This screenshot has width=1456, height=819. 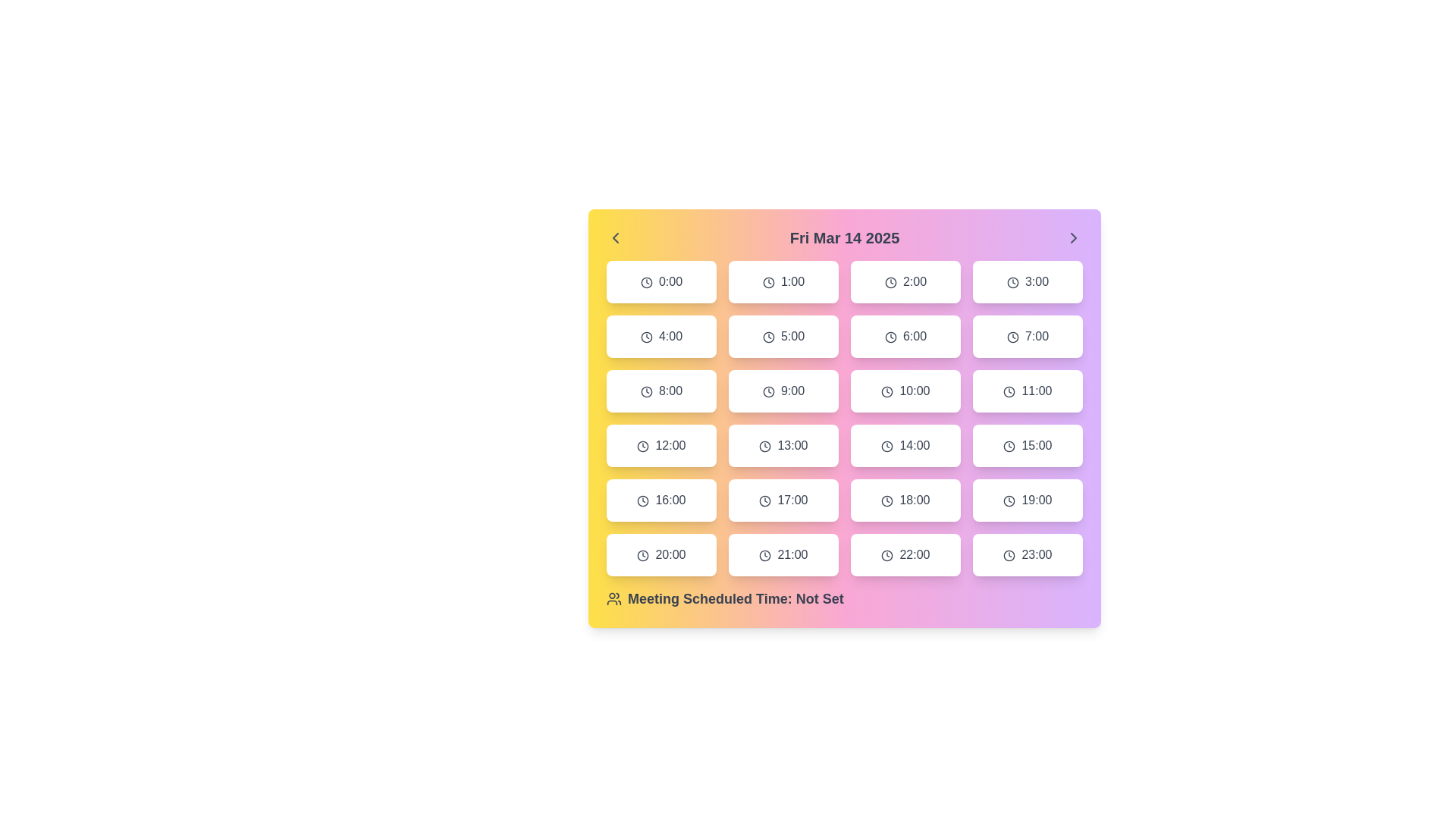 What do you see at coordinates (1028, 335) in the screenshot?
I see `the button labeled '7:00' which has a small clock icon on the left and is located in the second row, fourth column of the grid` at bounding box center [1028, 335].